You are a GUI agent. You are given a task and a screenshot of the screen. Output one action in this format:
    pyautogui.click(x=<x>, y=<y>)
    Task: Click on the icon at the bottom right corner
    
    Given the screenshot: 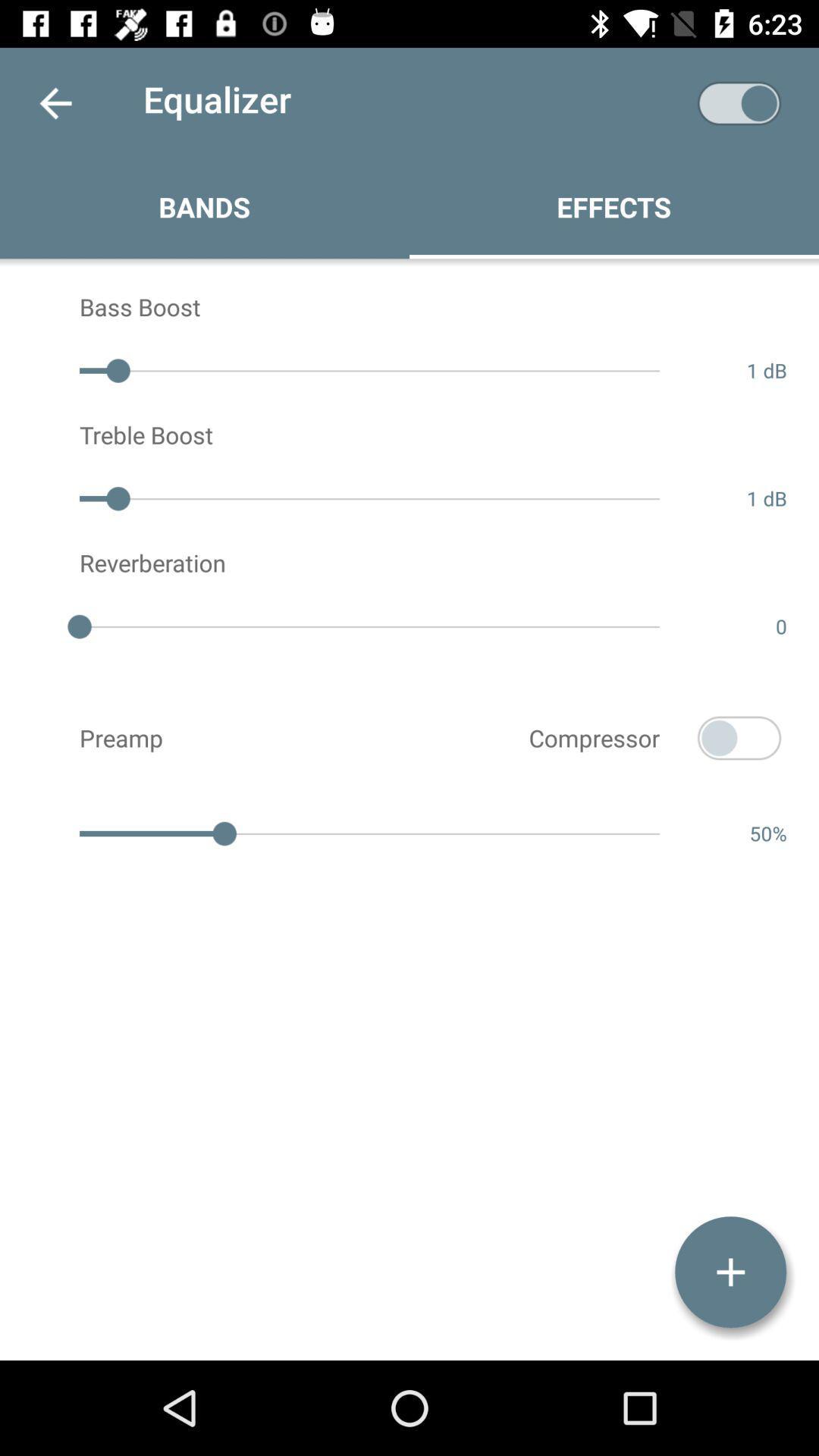 What is the action you would take?
    pyautogui.click(x=730, y=1272)
    